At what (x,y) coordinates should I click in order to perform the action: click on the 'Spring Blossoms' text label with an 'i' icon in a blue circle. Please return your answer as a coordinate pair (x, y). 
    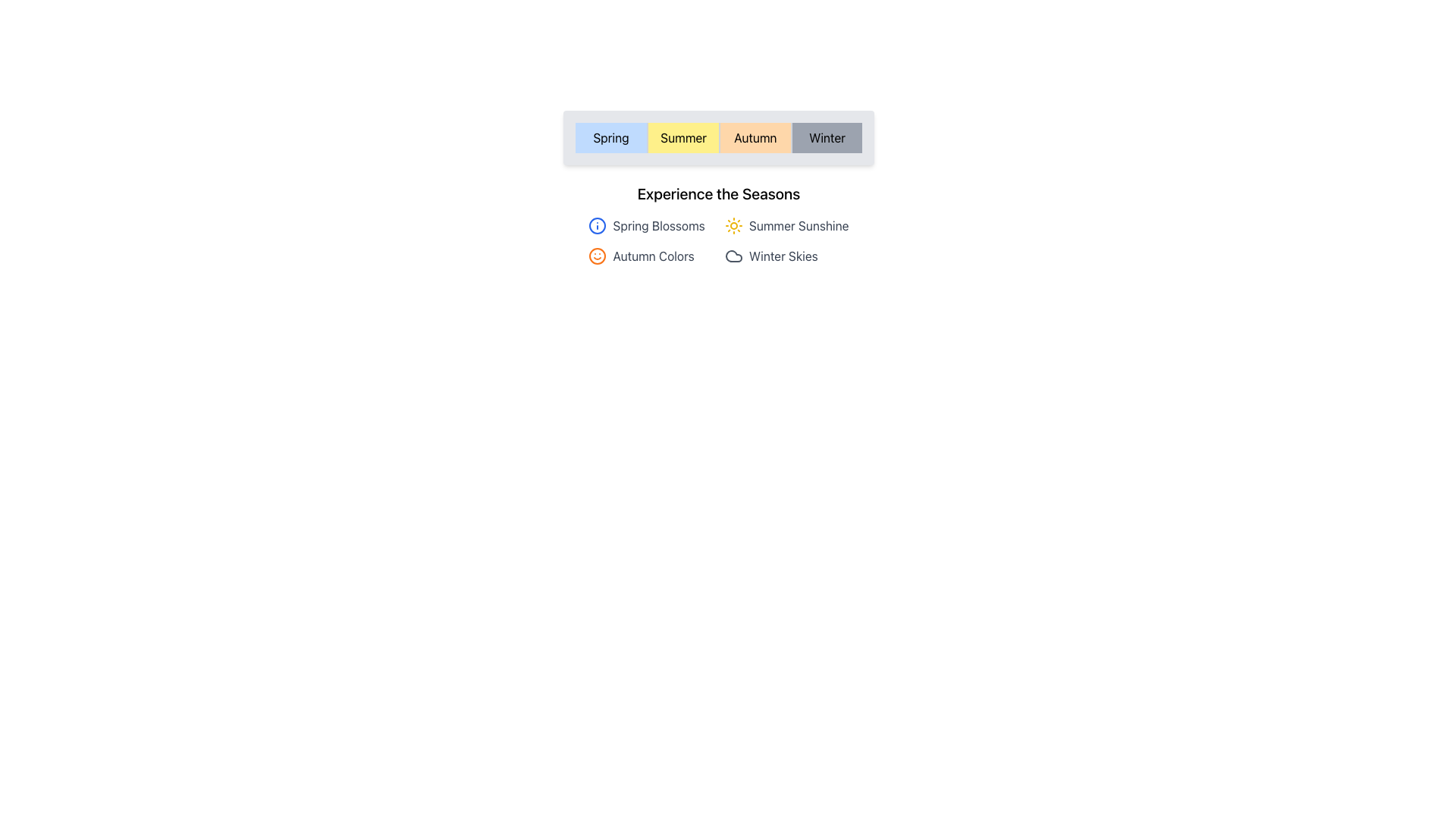
    Looking at the image, I should click on (651, 225).